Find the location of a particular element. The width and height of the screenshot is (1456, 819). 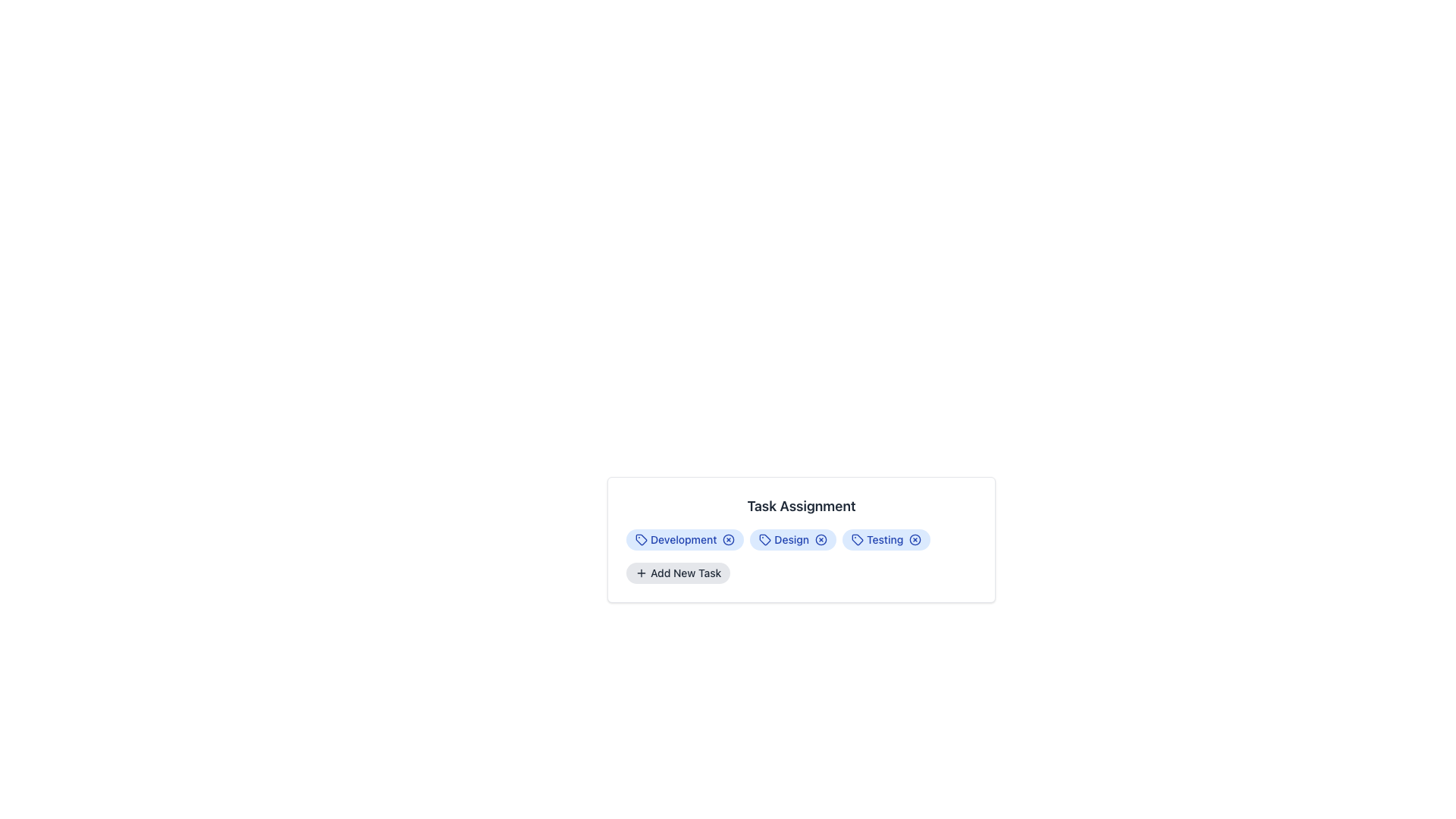

the decorative 'Testing' icon located within the 'Testing' chip in the 'Task Assignment' section is located at coordinates (858, 539).